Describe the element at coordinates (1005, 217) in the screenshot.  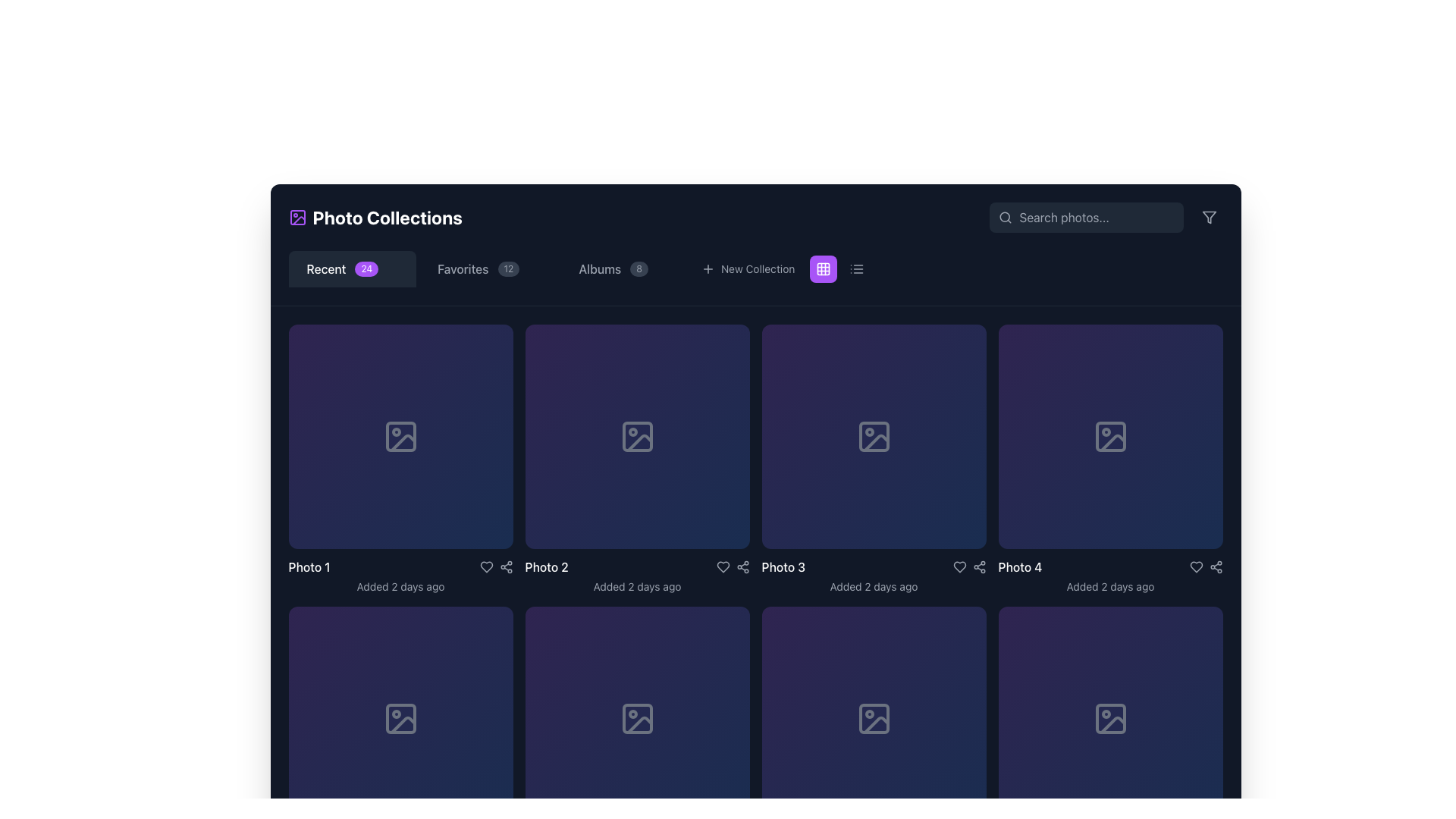
I see `the search icon located in the top-right corner of the interface, immediately to the left of the text input field` at that location.